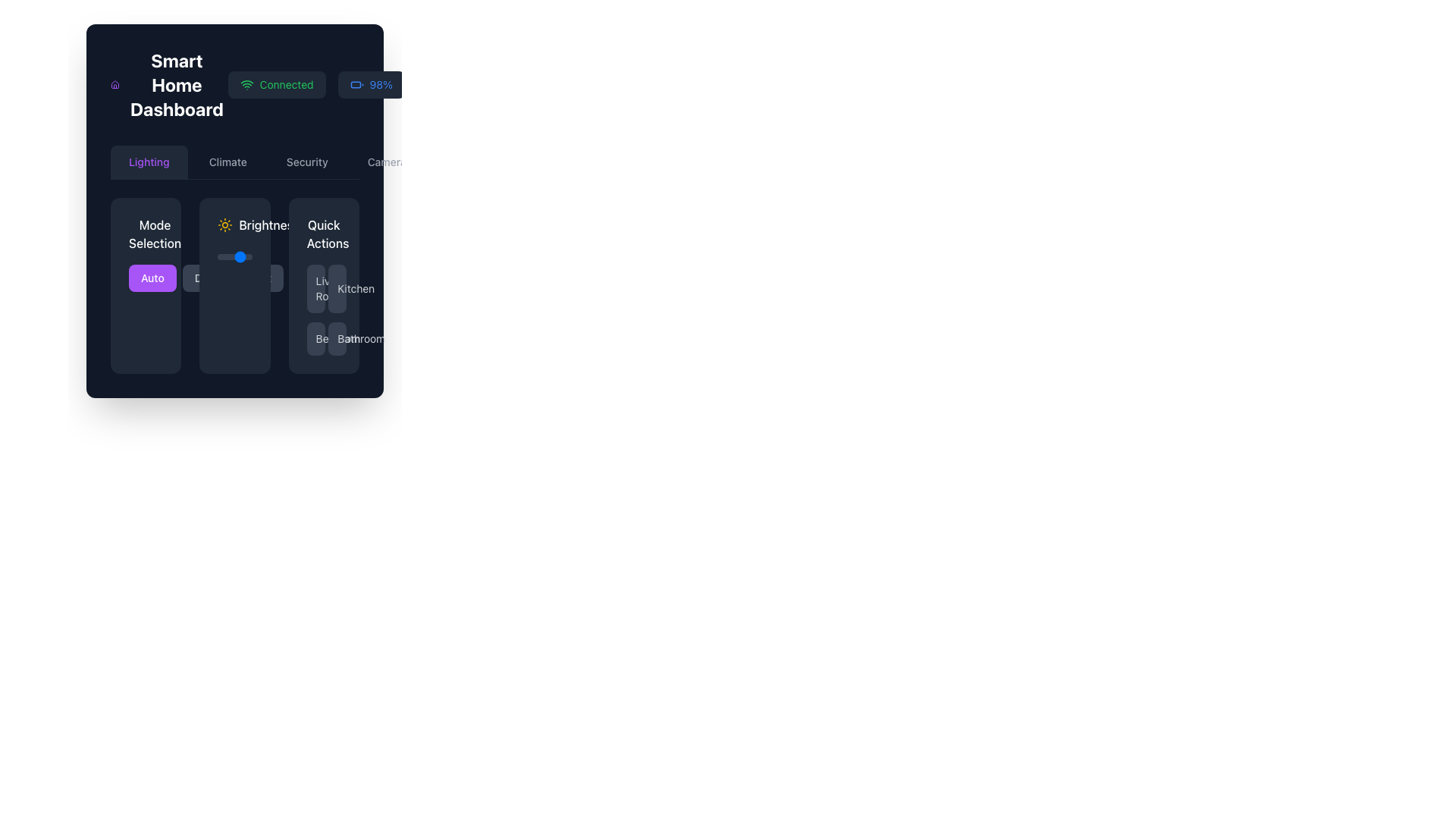  What do you see at coordinates (115, 84) in the screenshot?
I see `the decorative home automation icon located in the title bar to the left of 'Smart Home Dashboard'` at bounding box center [115, 84].